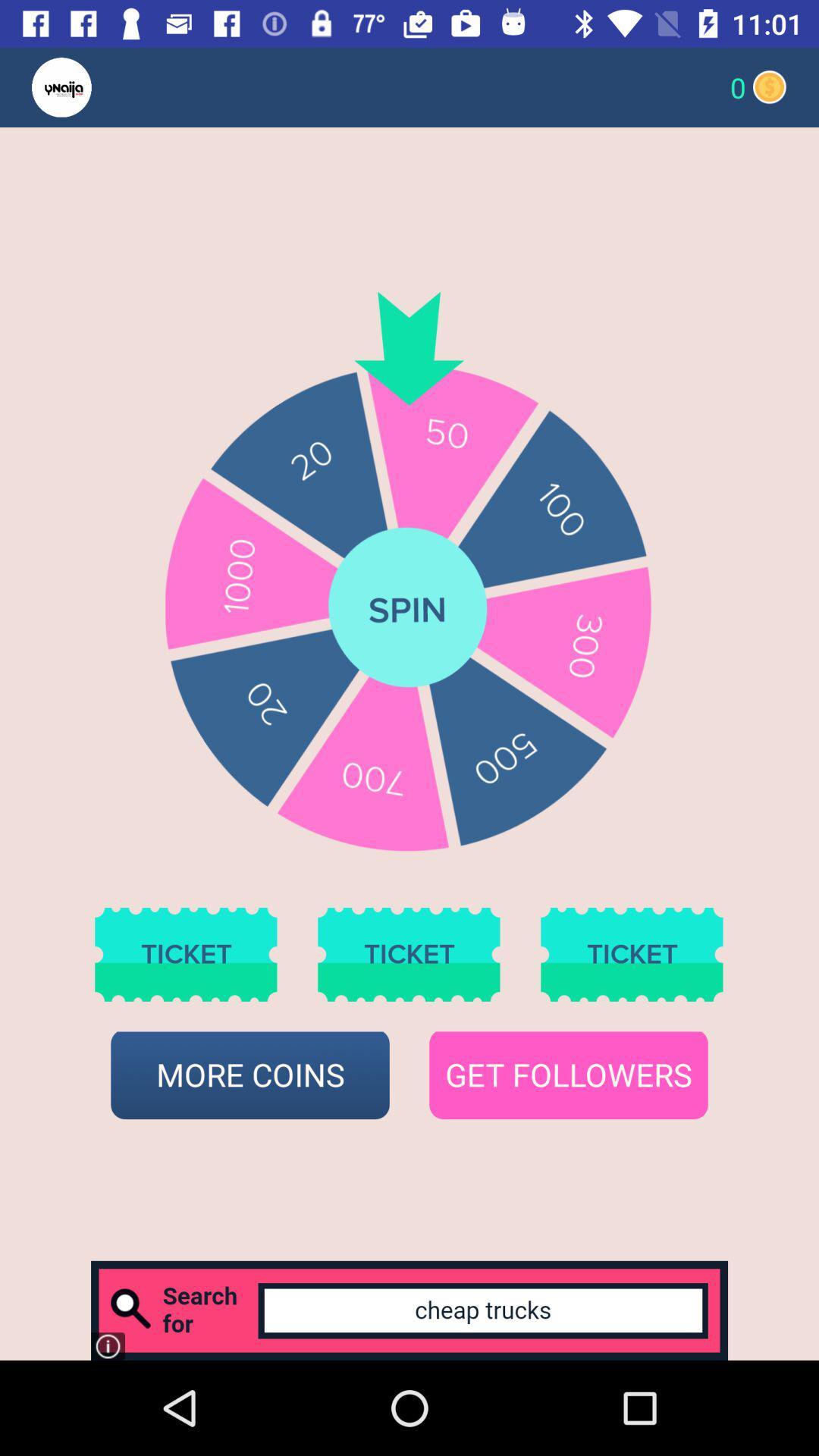 Image resolution: width=819 pixels, height=1456 pixels. Describe the element at coordinates (408, 609) in the screenshot. I see `spin the wheel` at that location.